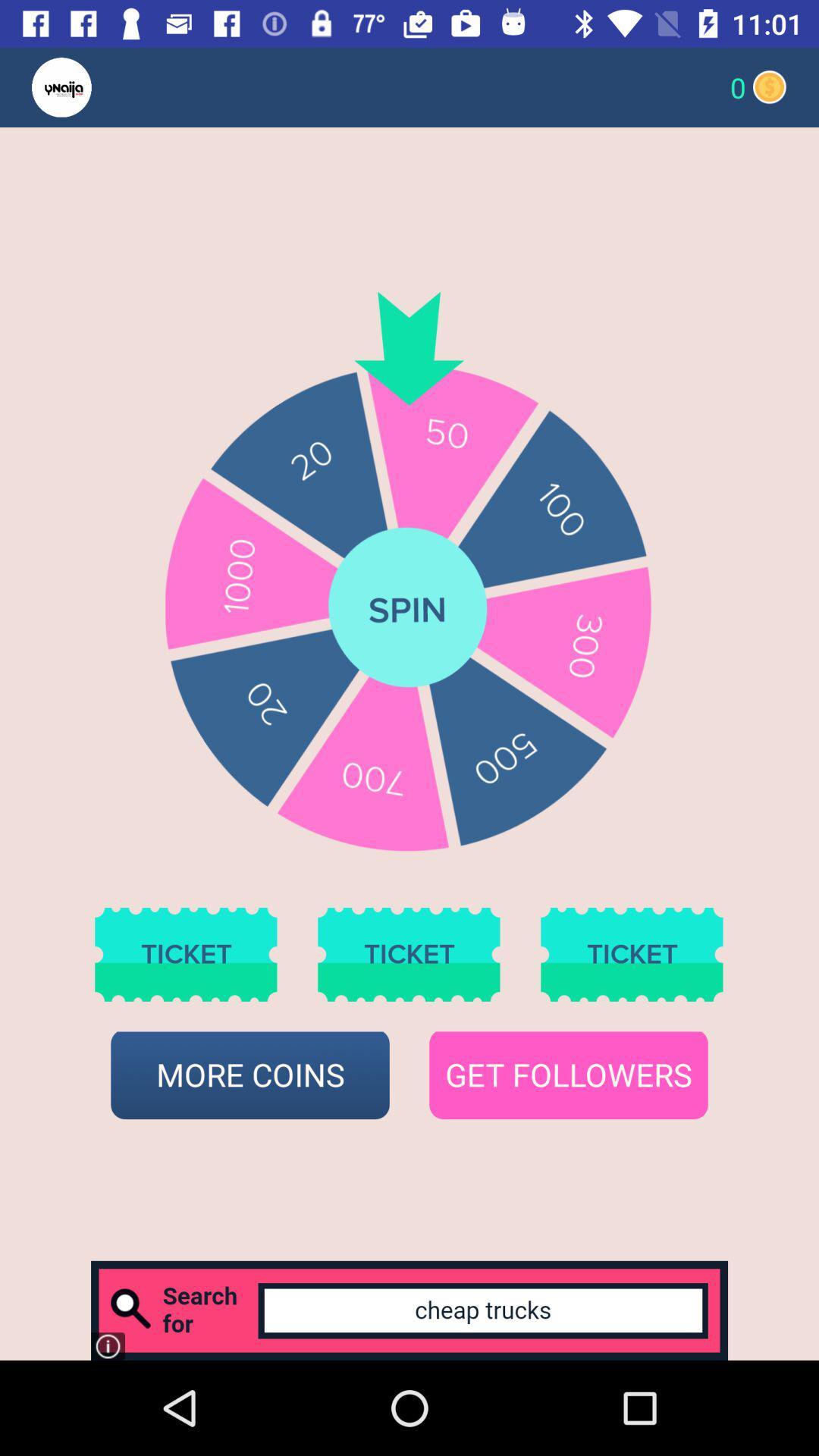 Image resolution: width=819 pixels, height=1456 pixels. Describe the element at coordinates (408, 609) in the screenshot. I see `spin the wheel` at that location.